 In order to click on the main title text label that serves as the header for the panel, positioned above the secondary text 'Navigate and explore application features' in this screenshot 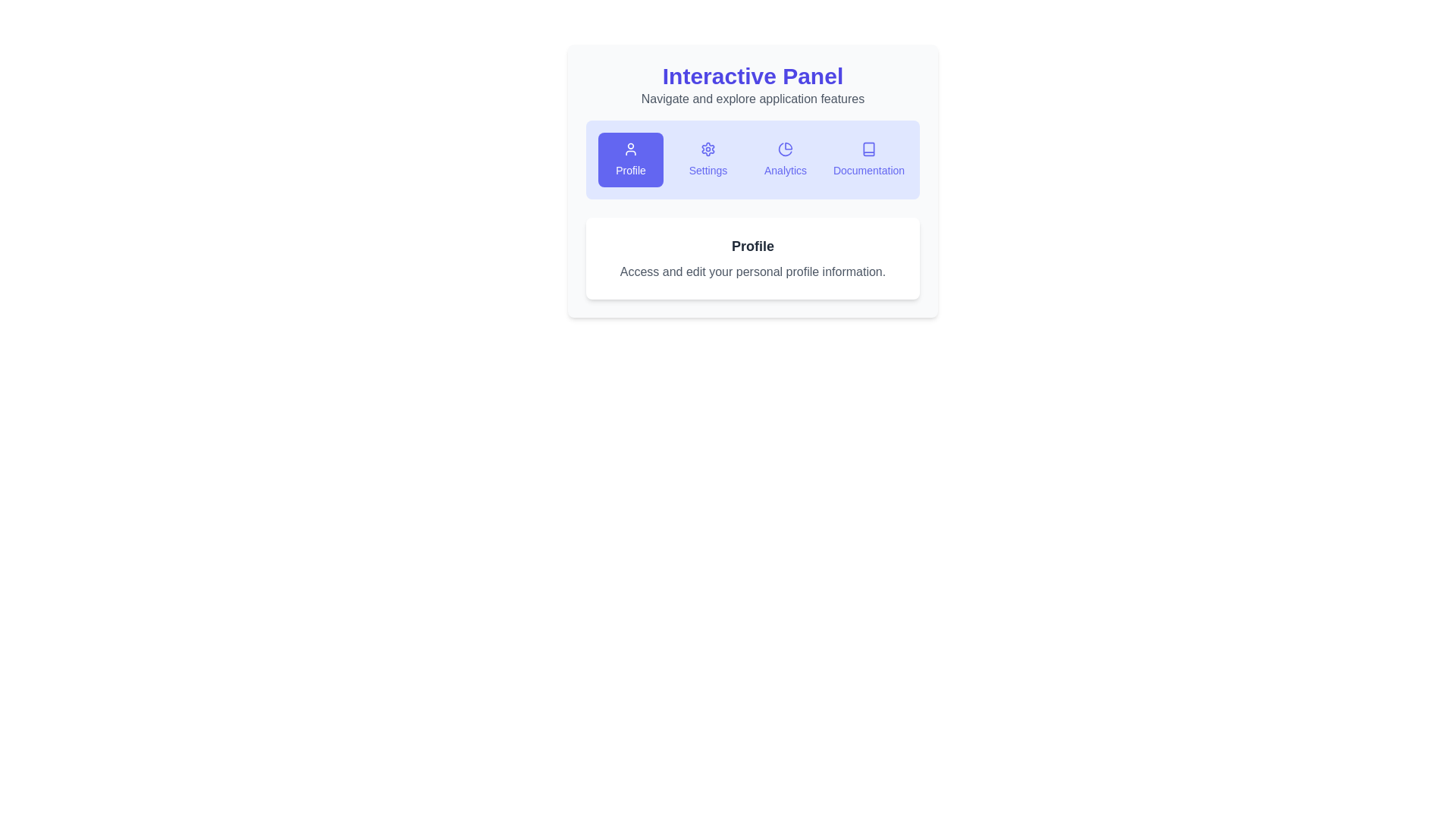, I will do `click(753, 76)`.